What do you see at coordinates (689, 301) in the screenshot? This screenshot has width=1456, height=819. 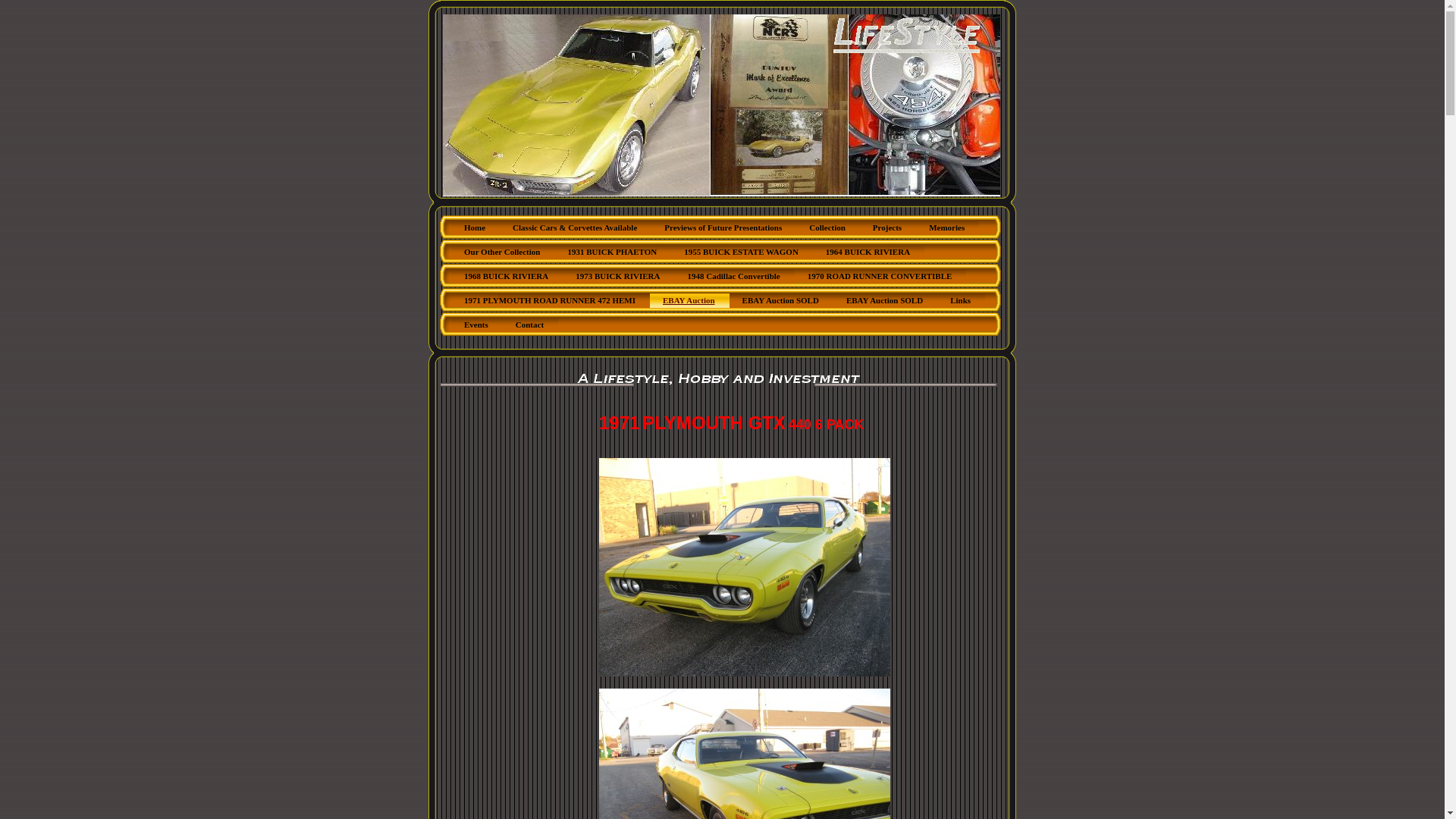 I see `'EBAY Auction'` at bounding box center [689, 301].